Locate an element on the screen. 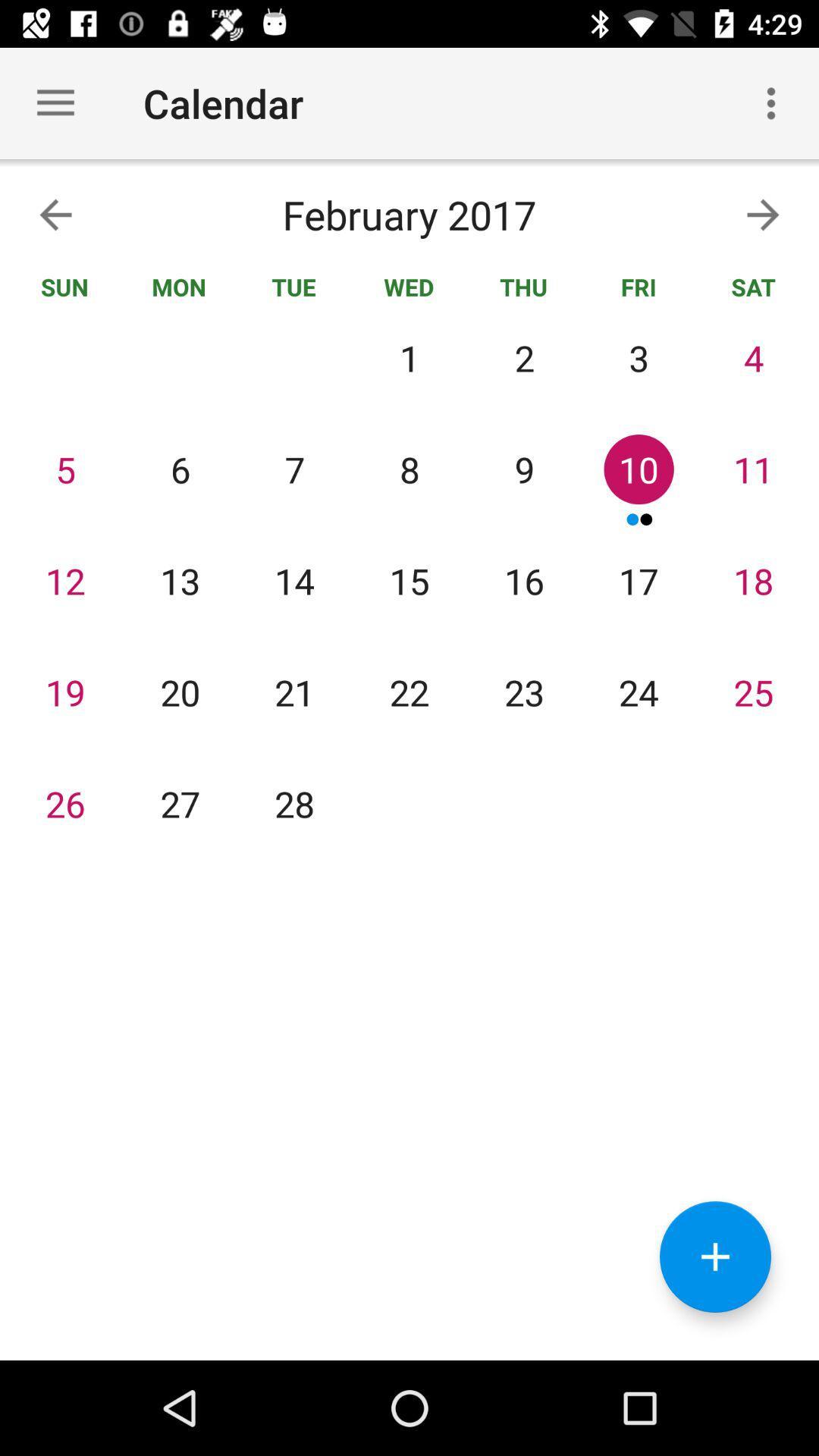 Image resolution: width=819 pixels, height=1456 pixels. the arrow_backward icon is located at coordinates (55, 214).